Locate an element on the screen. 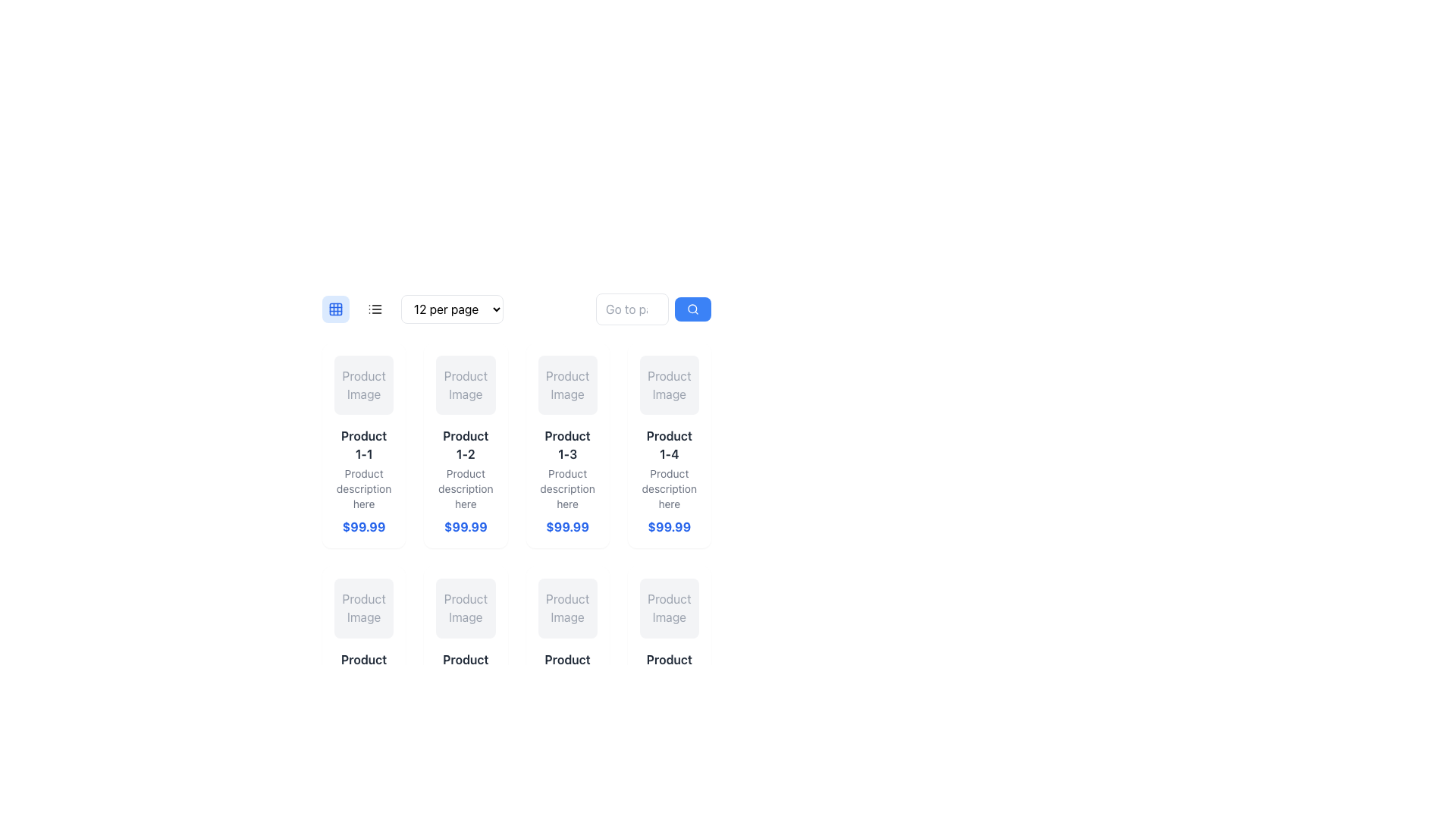  the dropdown menu that allows selection of items per page is located at coordinates (413, 309).